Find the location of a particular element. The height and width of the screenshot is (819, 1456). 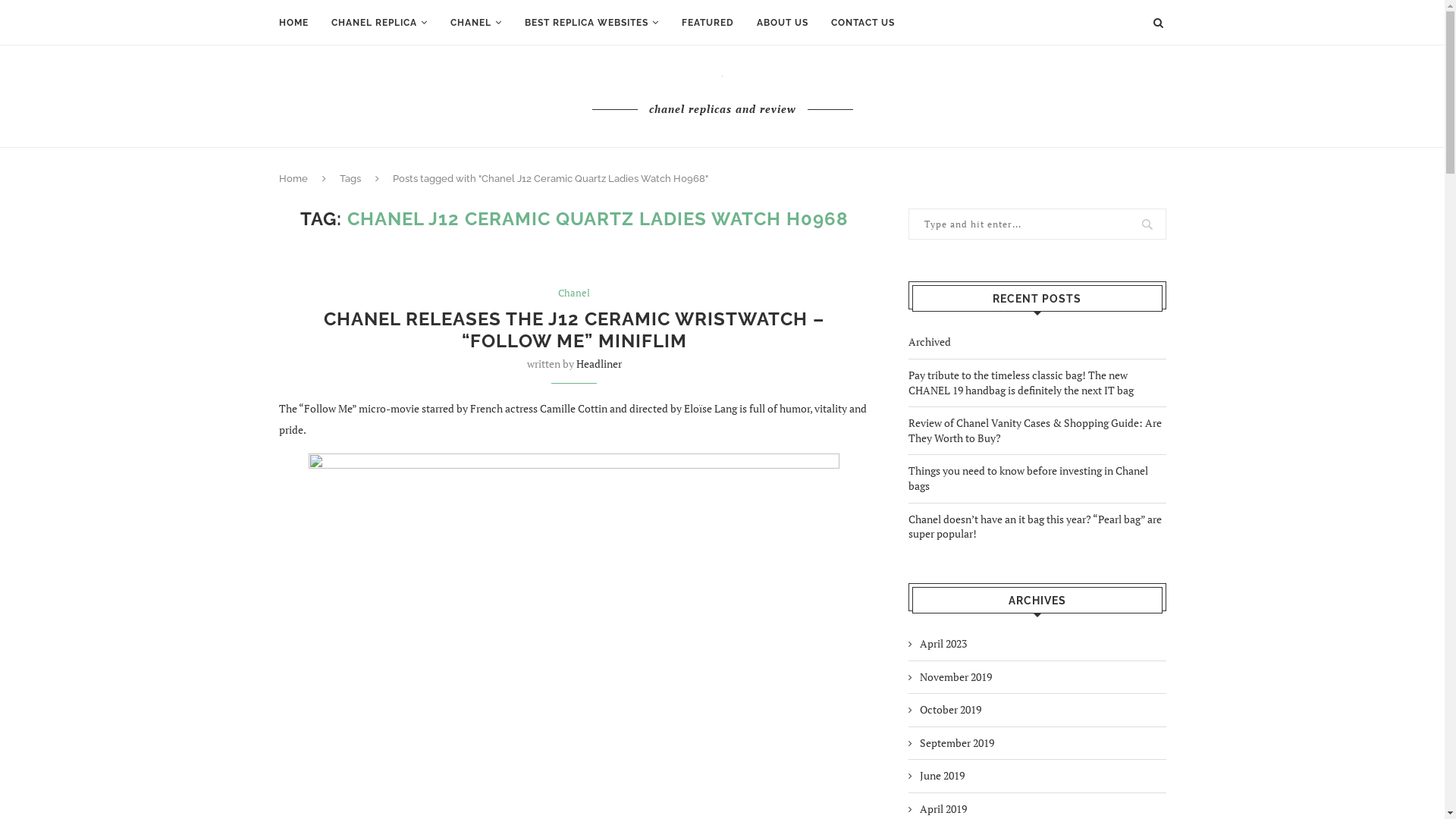

'ABOUT US' is located at coordinates (783, 23).